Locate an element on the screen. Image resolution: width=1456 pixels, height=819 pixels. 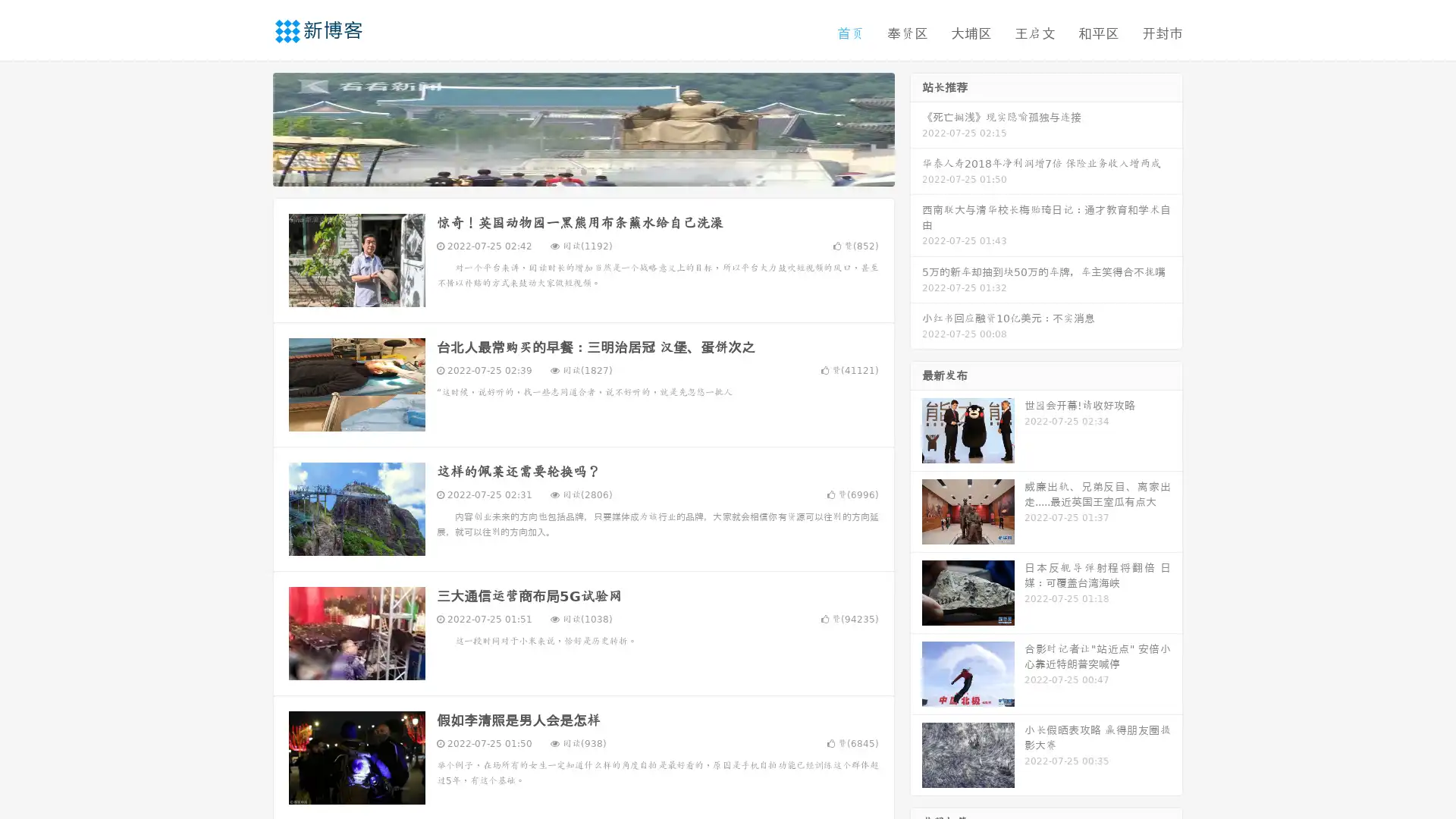
Next slide is located at coordinates (916, 127).